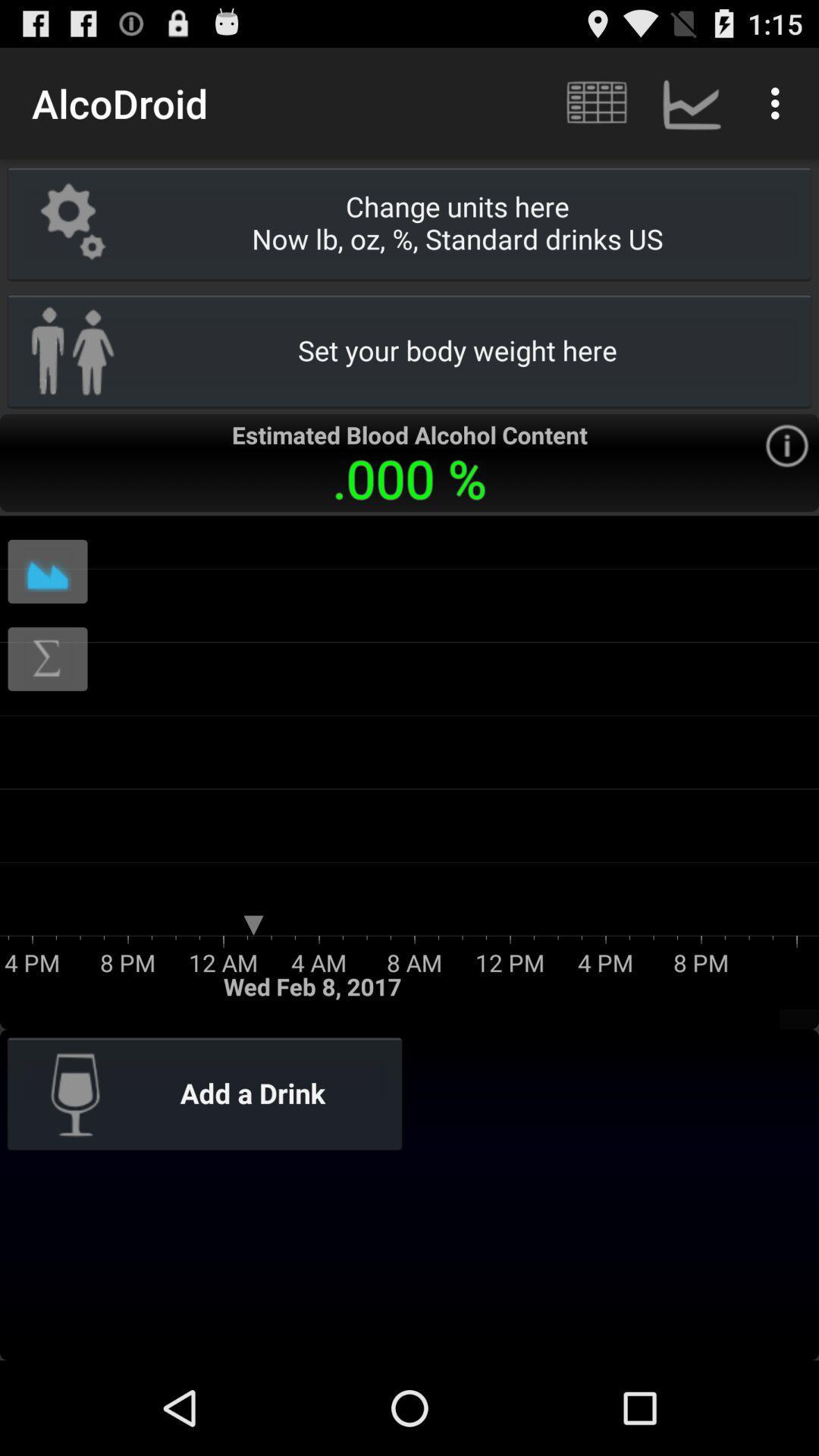  Describe the element at coordinates (786, 476) in the screenshot. I see `the info icon` at that location.